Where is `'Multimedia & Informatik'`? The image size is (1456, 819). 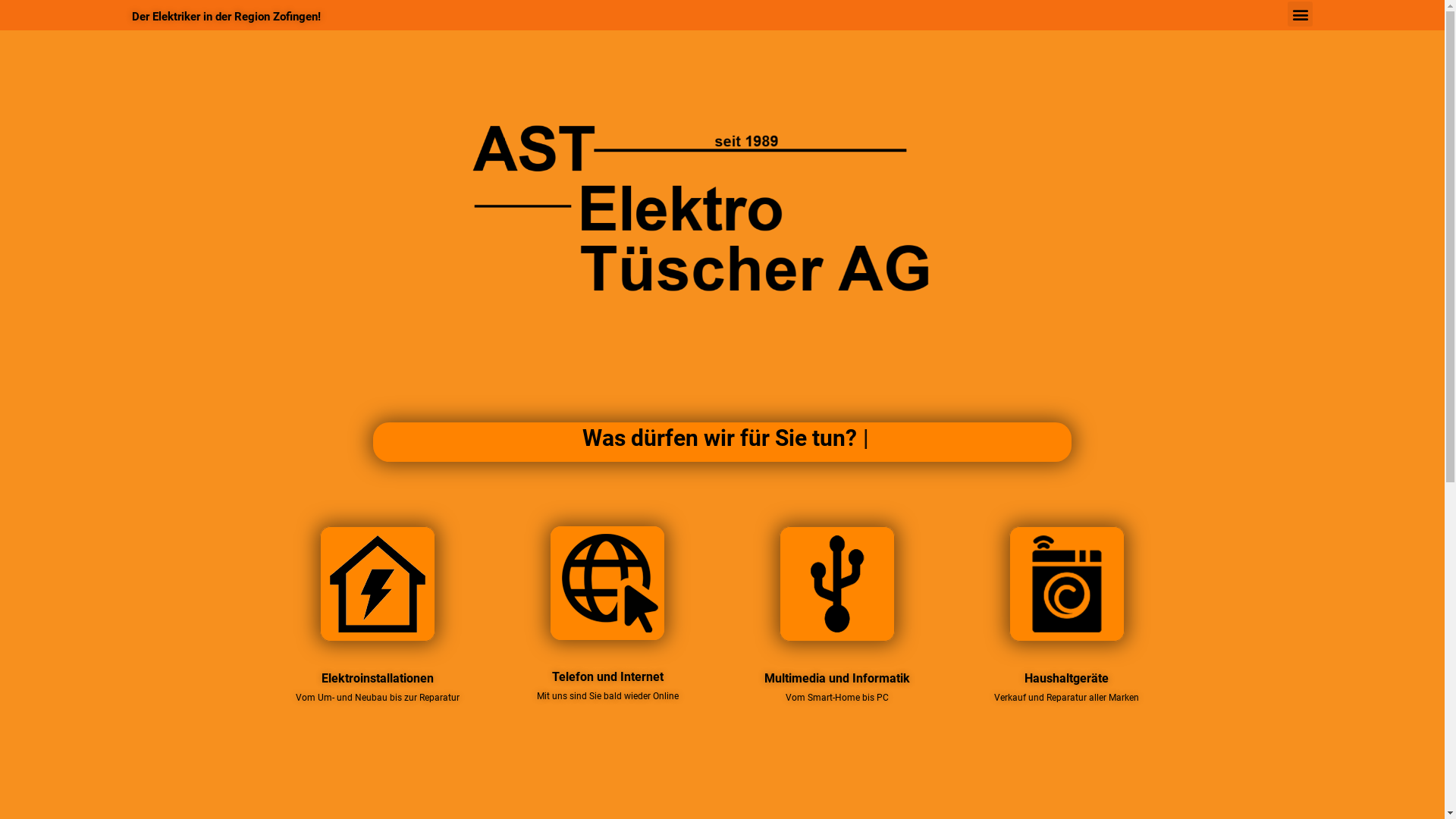
'Multimedia & Informatik' is located at coordinates (836, 583).